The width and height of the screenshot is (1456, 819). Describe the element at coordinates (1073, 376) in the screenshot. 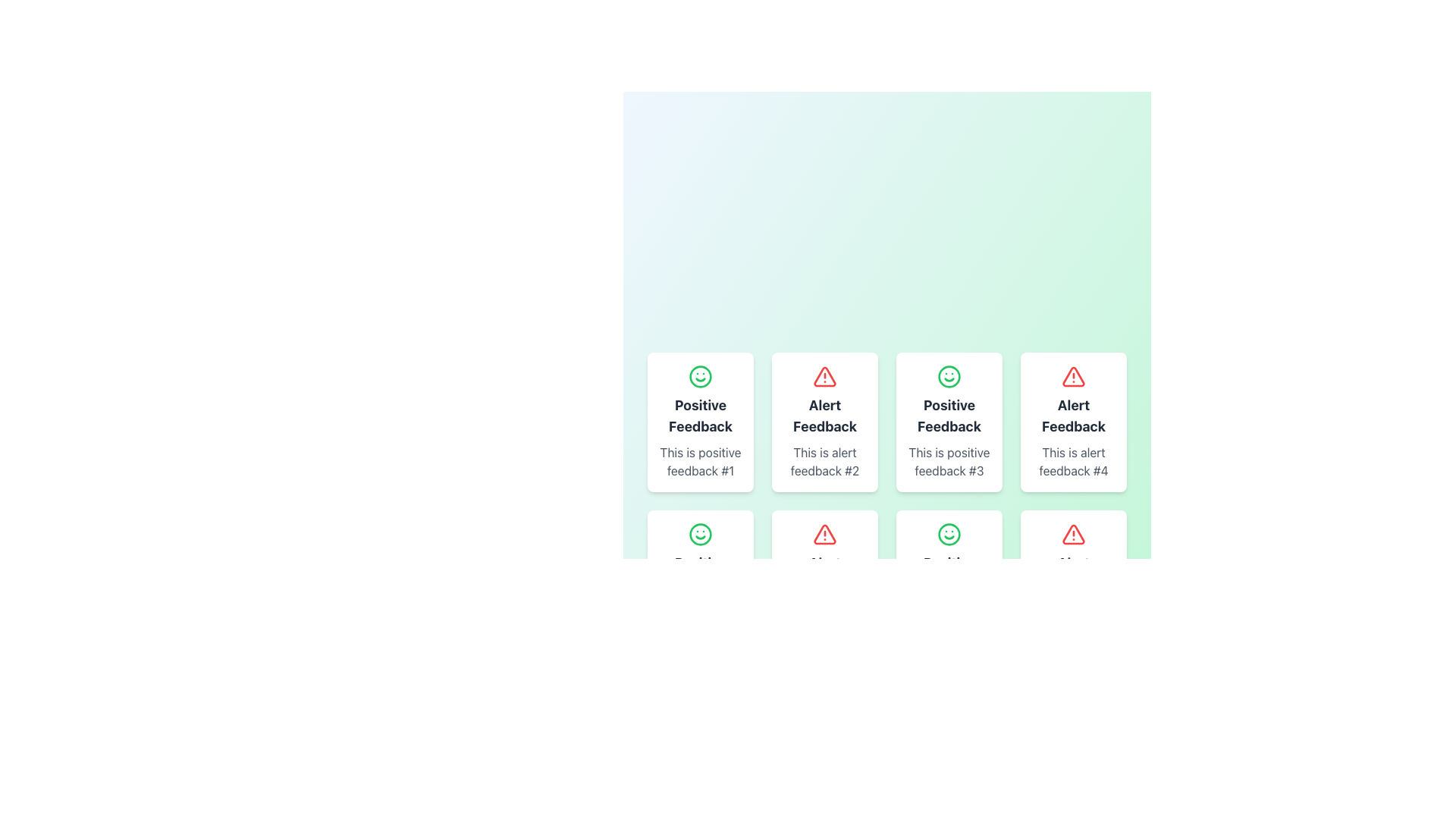

I see `the alert icon located in the 'Alert Feedback' card, which is in the second row and fourth column of the grid layout` at that location.